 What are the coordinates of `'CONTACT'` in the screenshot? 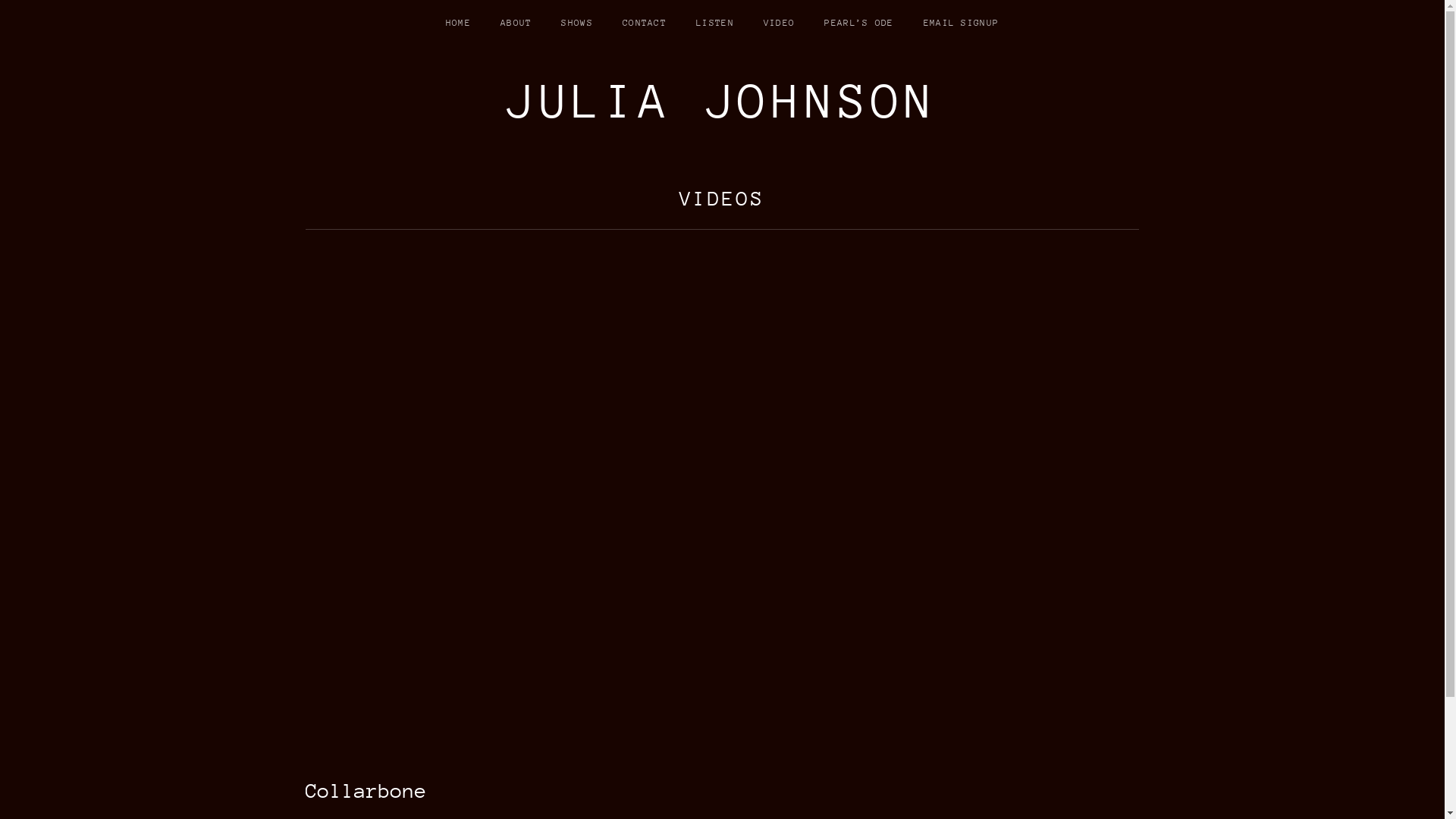 It's located at (644, 23).